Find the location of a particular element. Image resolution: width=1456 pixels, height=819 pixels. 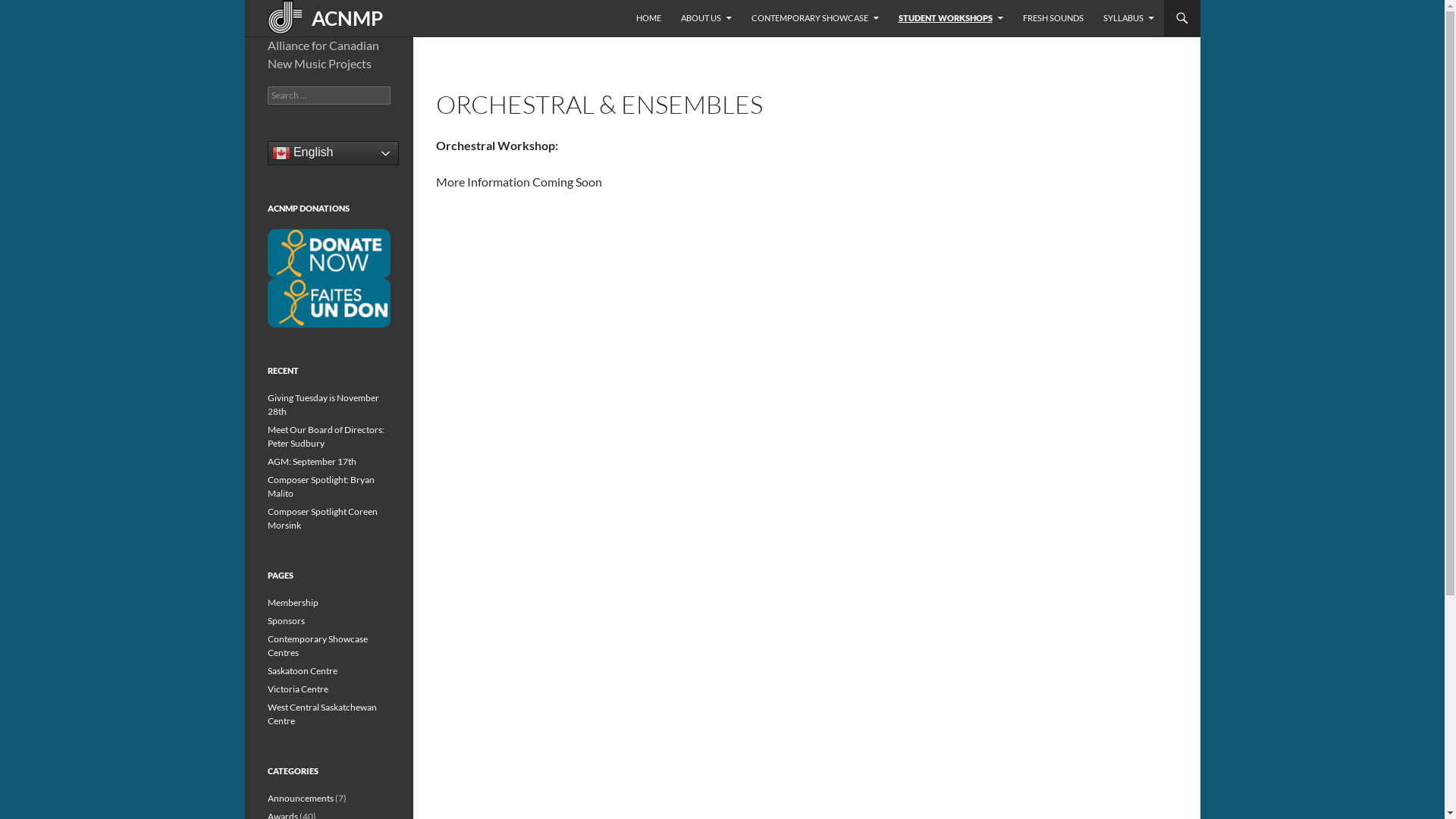

'Saskatoon Centre' is located at coordinates (302, 670).